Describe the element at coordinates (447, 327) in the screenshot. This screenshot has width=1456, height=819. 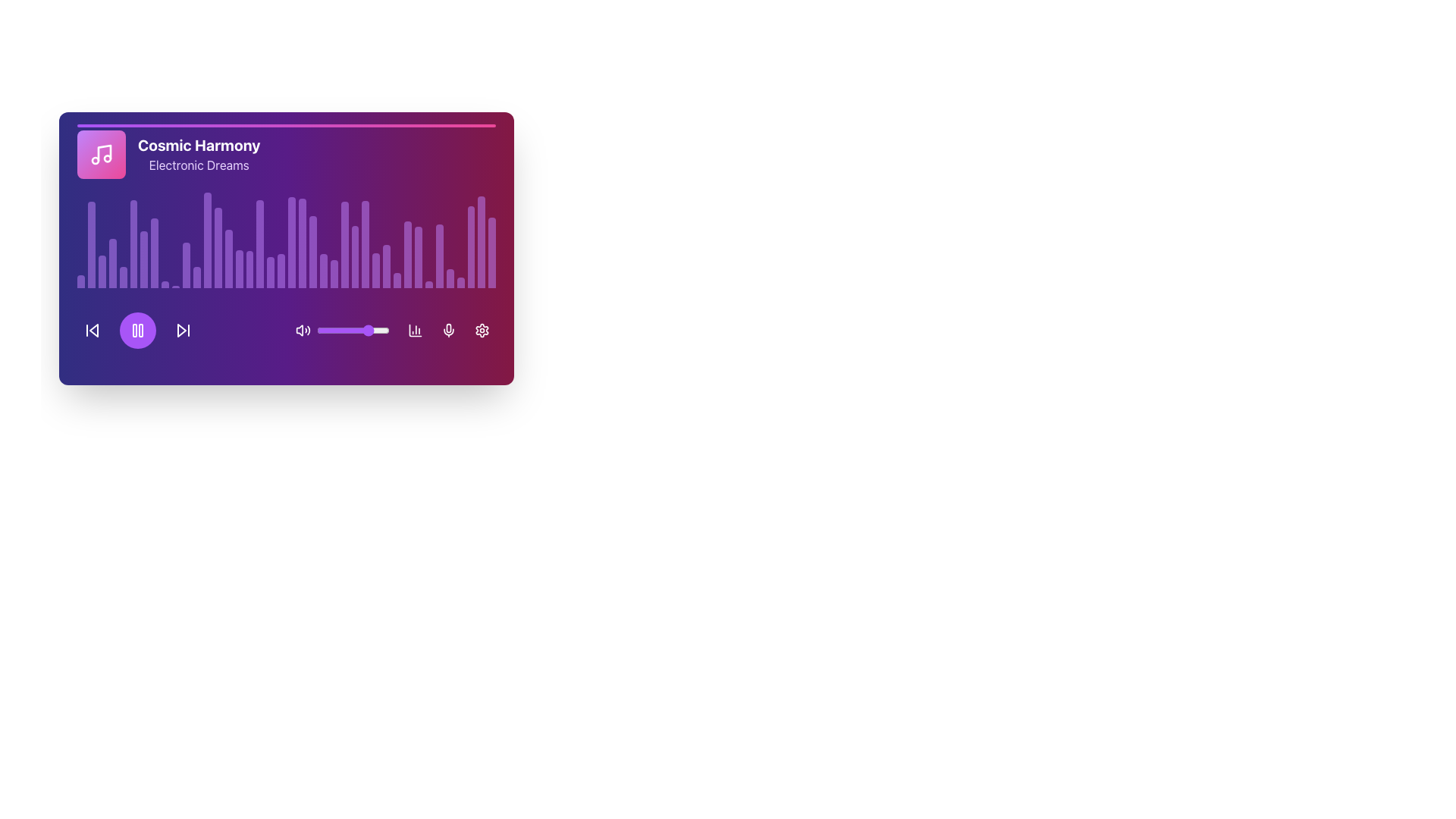
I see `the microphone icon located in the bottom-right section of the card interface` at that location.